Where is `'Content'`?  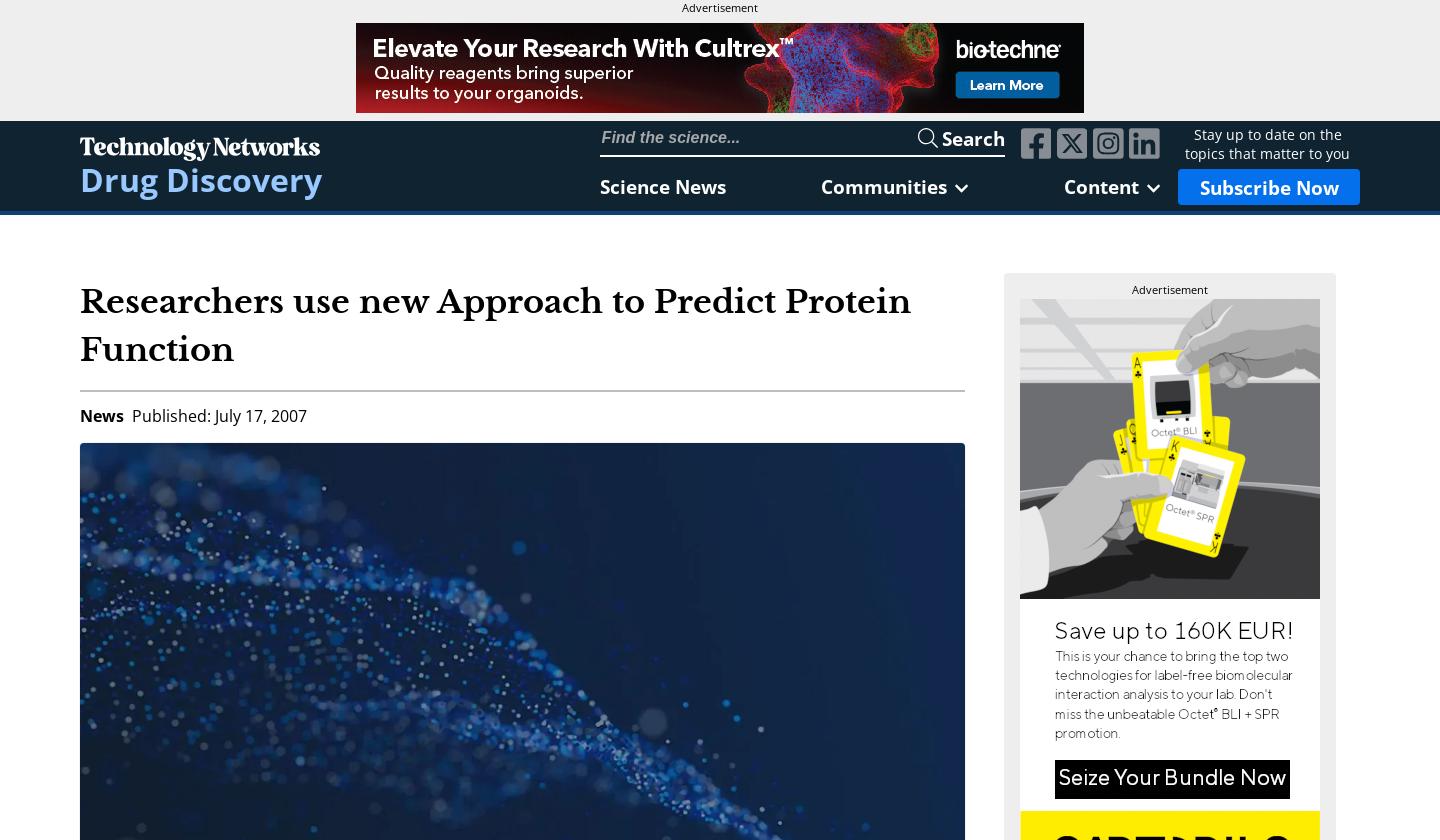 'Content' is located at coordinates (1099, 186).